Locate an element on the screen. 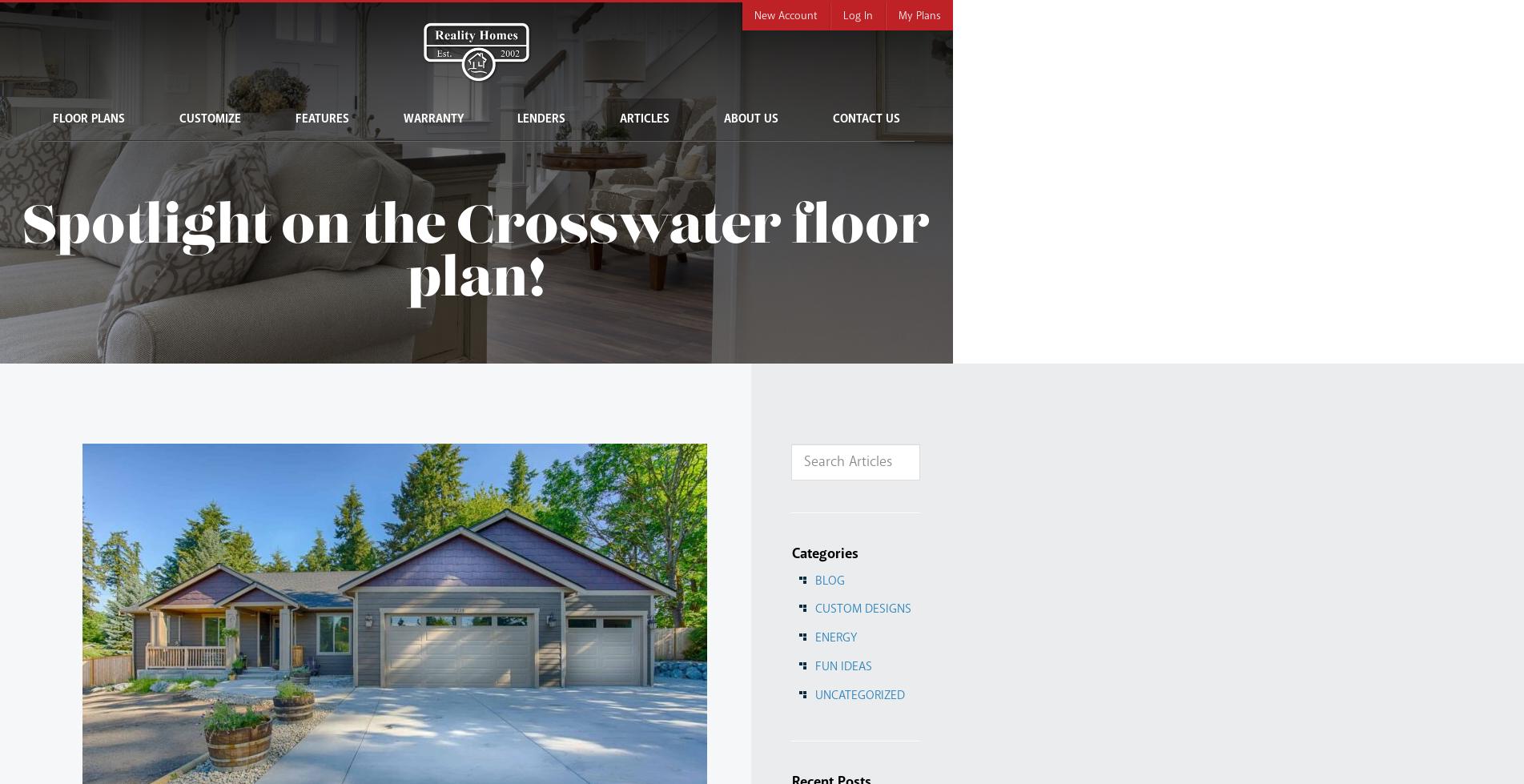  'Floor Plans' is located at coordinates (87, 119).